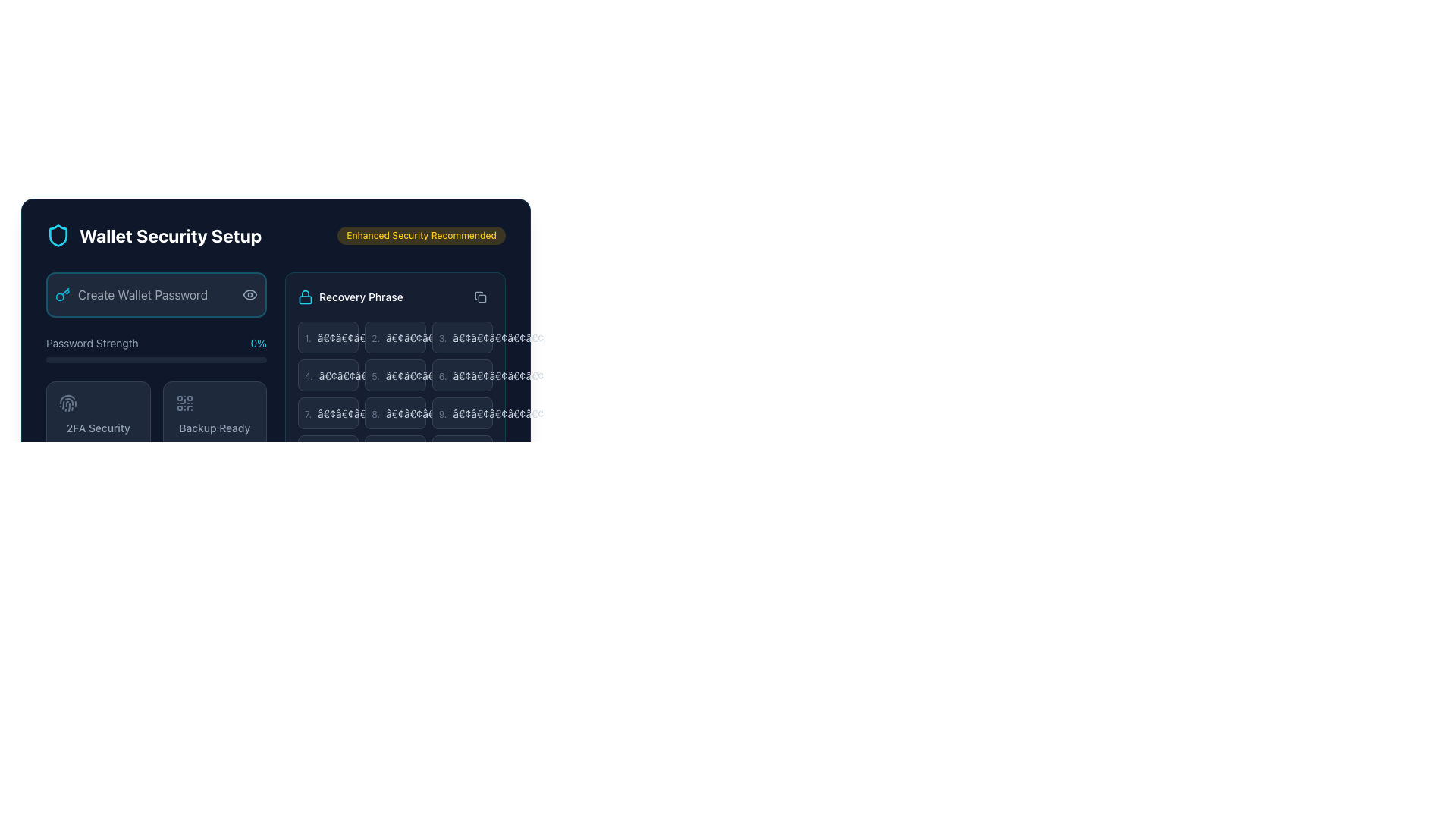 The width and height of the screenshot is (1456, 819). I want to click on the eye icon button located on the right side of the 'Create Wallet Password' input field to trigger related styling changes, so click(250, 295).